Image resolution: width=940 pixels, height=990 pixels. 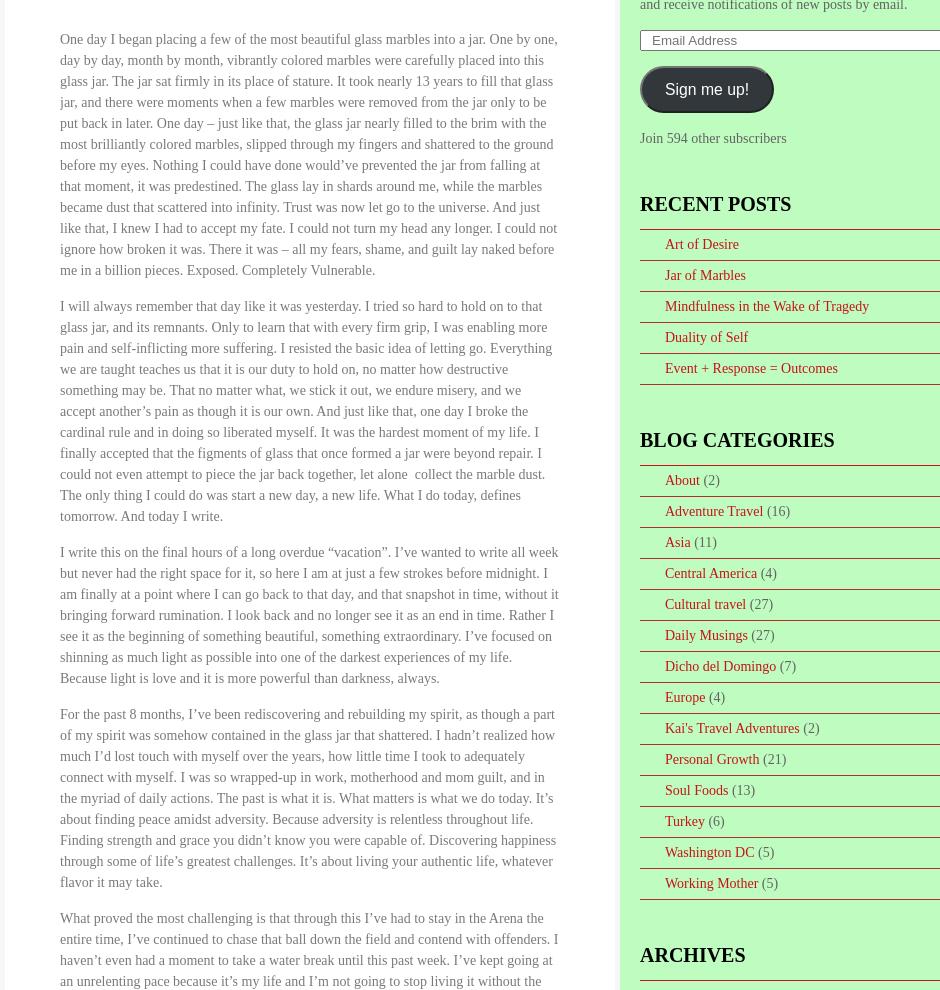 I want to click on 'Blog Categories', so click(x=736, y=438).